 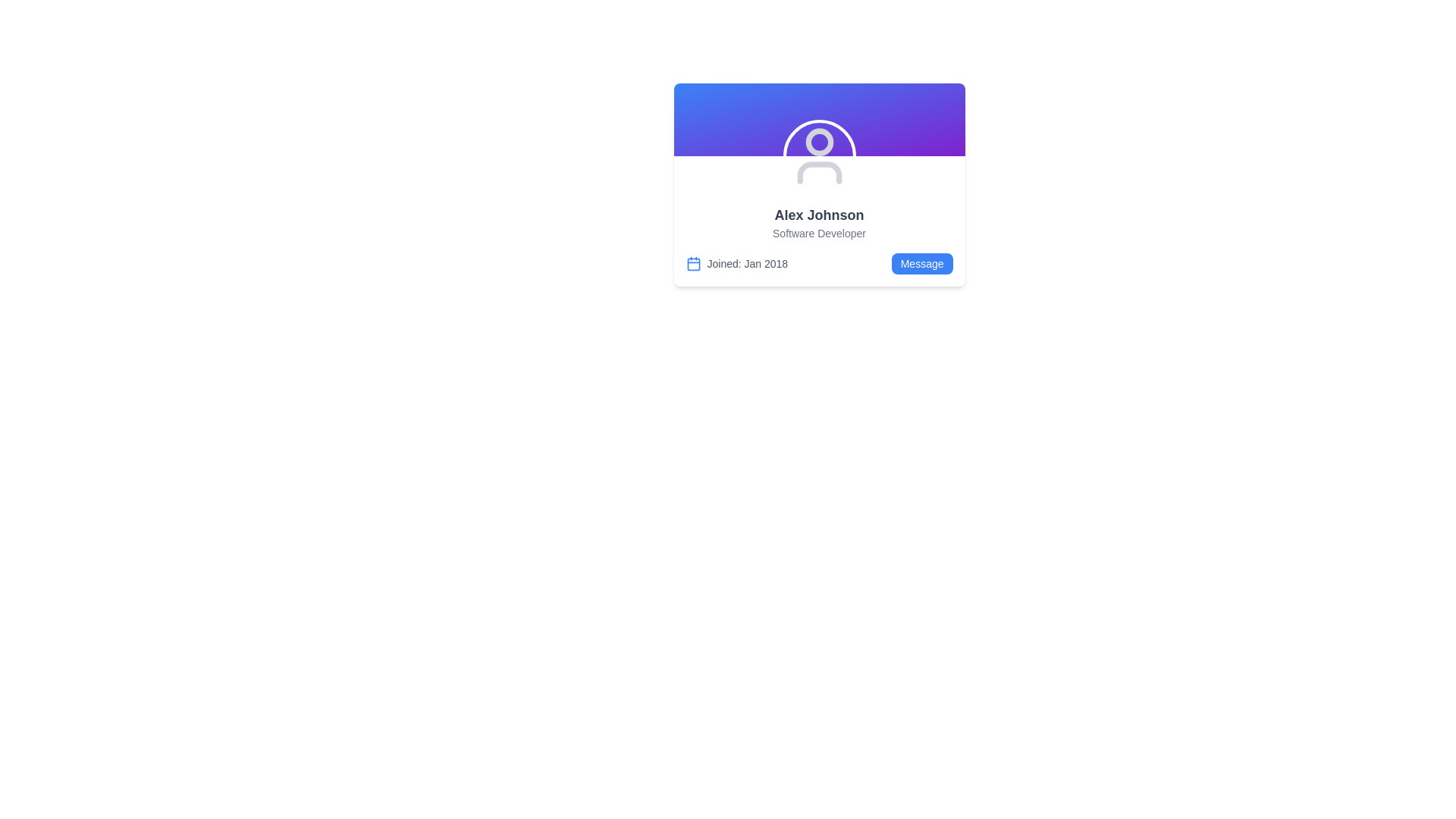 What do you see at coordinates (818, 222) in the screenshot?
I see `text displayed in the user information area, which includes the user's name and job title, located centrally below the user icon and above the joining date tooltip and 'Message' button` at bounding box center [818, 222].